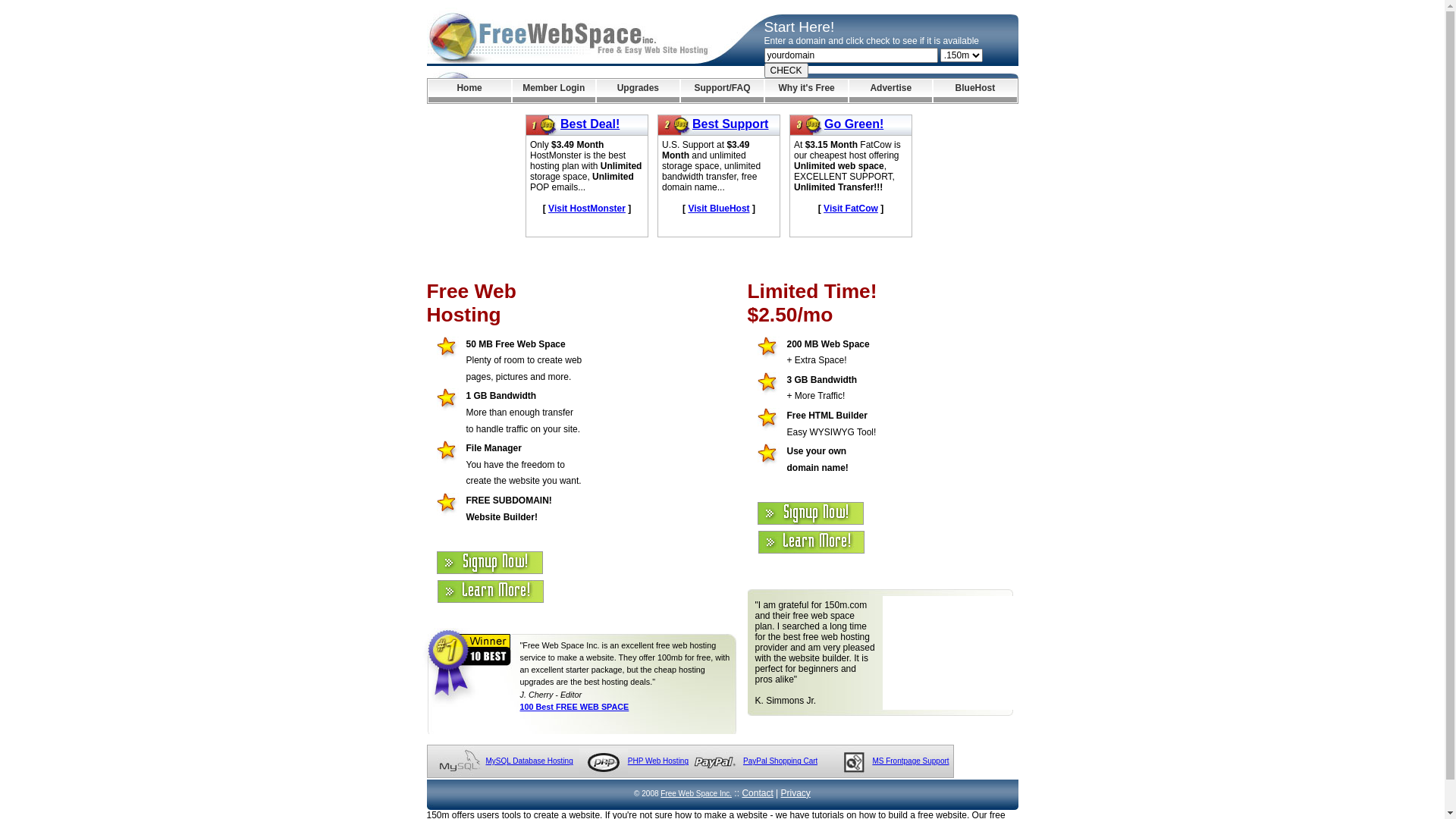 The width and height of the screenshot is (1456, 819). I want to click on '100 Best FREE WEB SPACE', so click(520, 707).